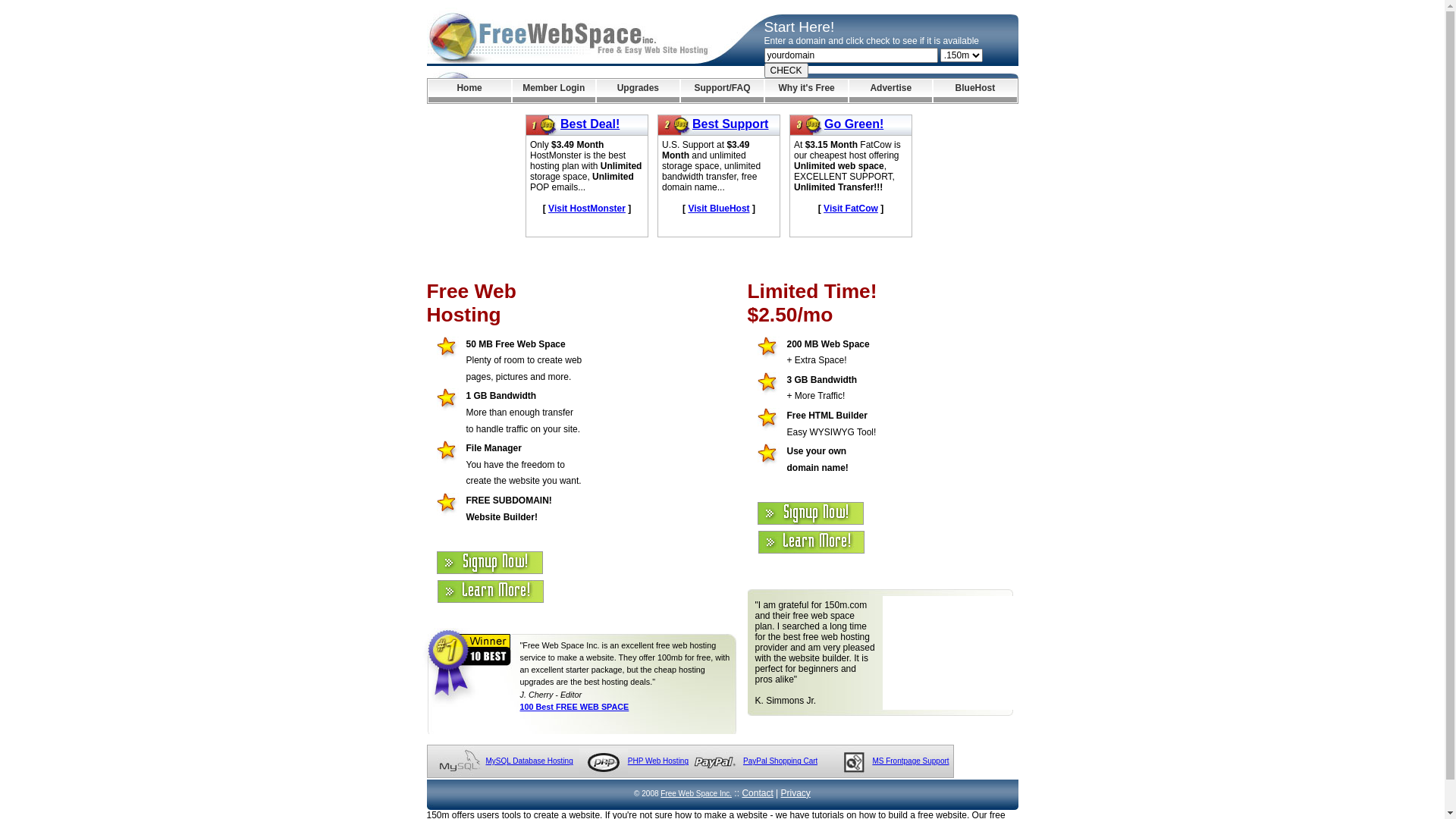 The width and height of the screenshot is (1456, 819). I want to click on '100 Best FREE WEB SPACE', so click(520, 707).